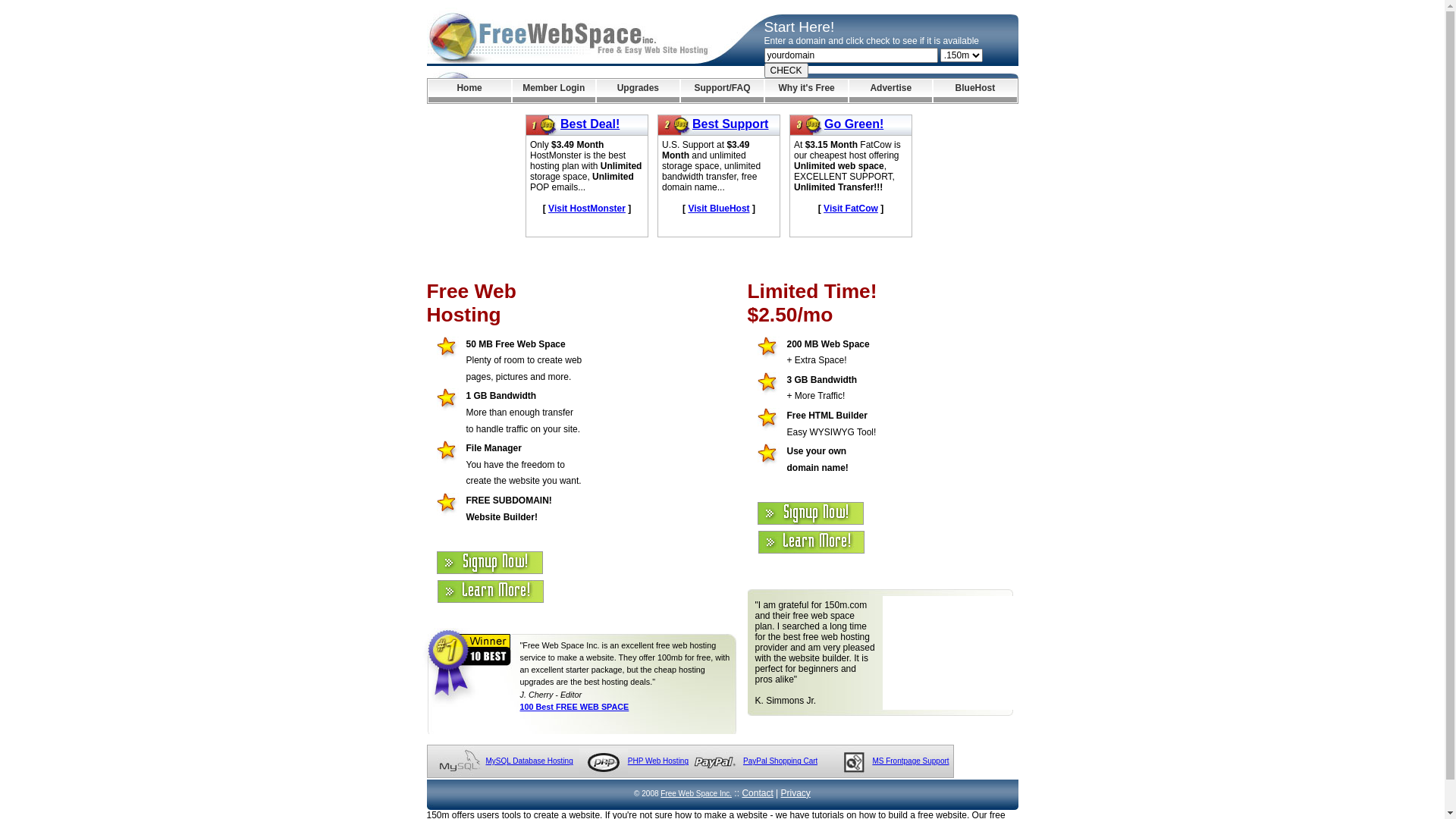 The width and height of the screenshot is (1456, 819). I want to click on '100 Best FREE WEB SPACE', so click(520, 707).